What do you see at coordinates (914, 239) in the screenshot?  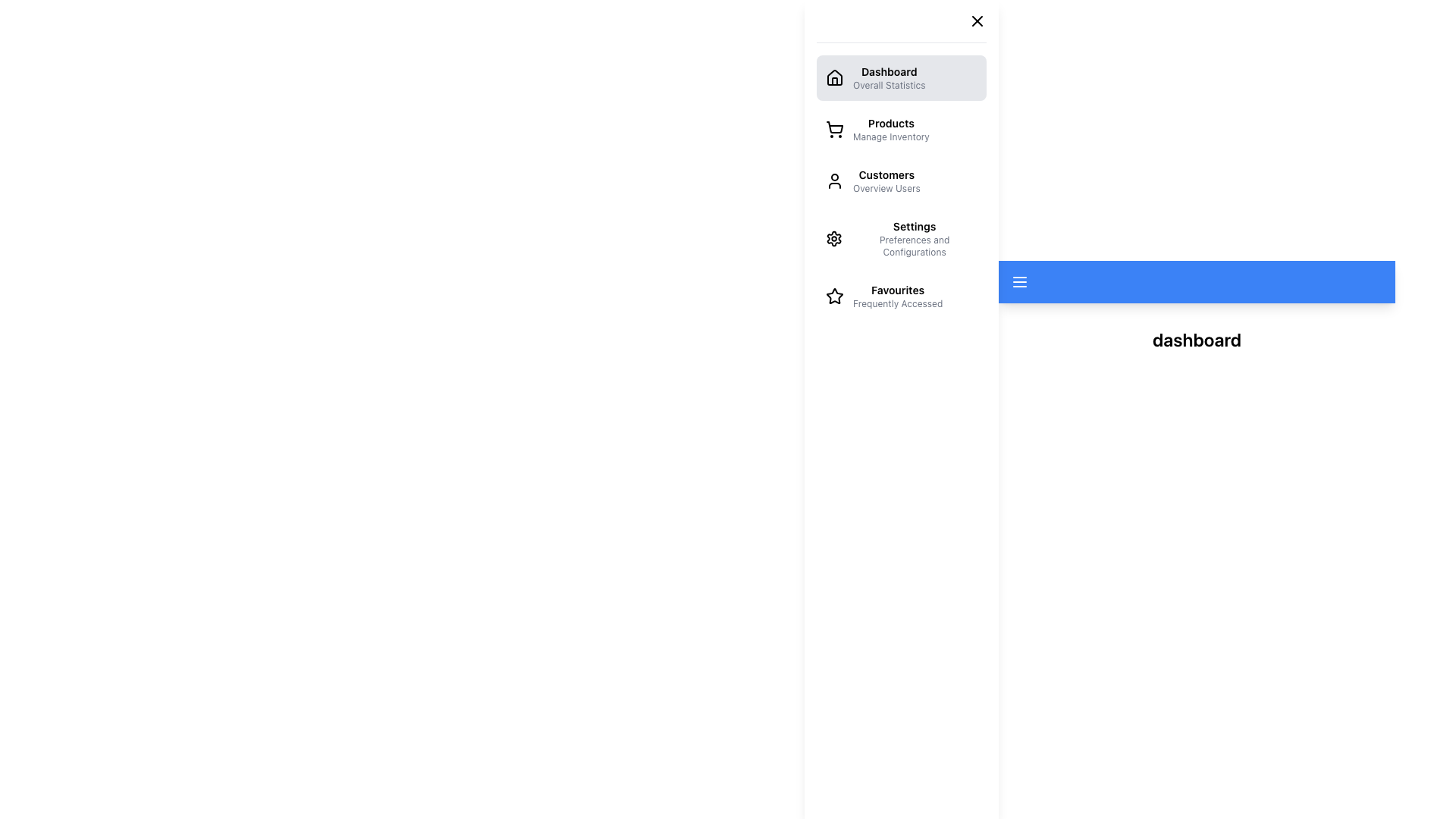 I see `text label indicating the 'Settings' section, which is the fourth entry in the vertical menu on the left side of the interface` at bounding box center [914, 239].